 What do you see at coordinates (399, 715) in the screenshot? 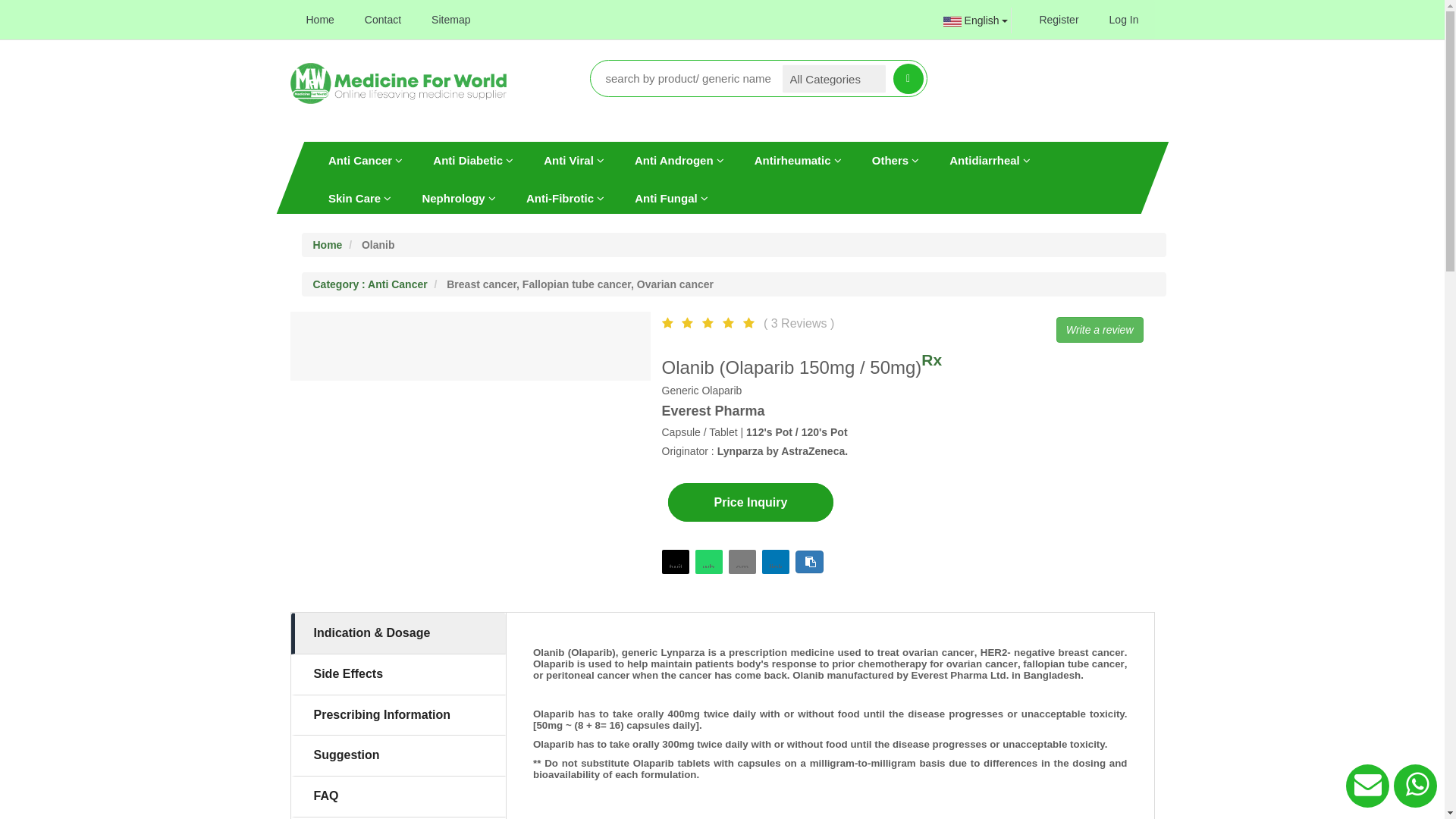
I see `'Prescribing Information'` at bounding box center [399, 715].